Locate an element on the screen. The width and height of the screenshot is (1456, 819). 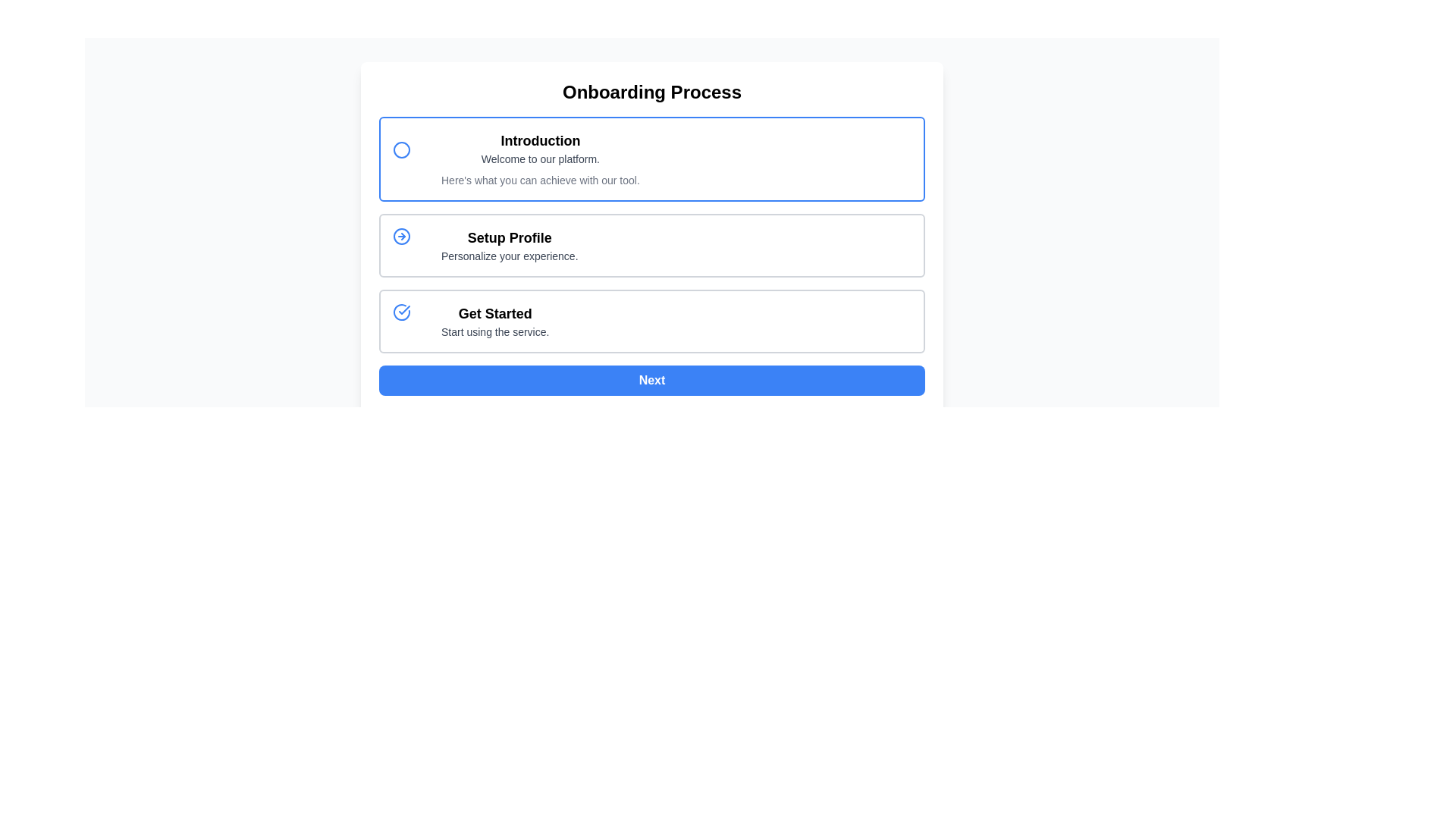
the visual state of the completion icon located at the top-left corner of the 'Get Started' card, which indicates the completion of the associated onboarding step is located at coordinates (411, 321).